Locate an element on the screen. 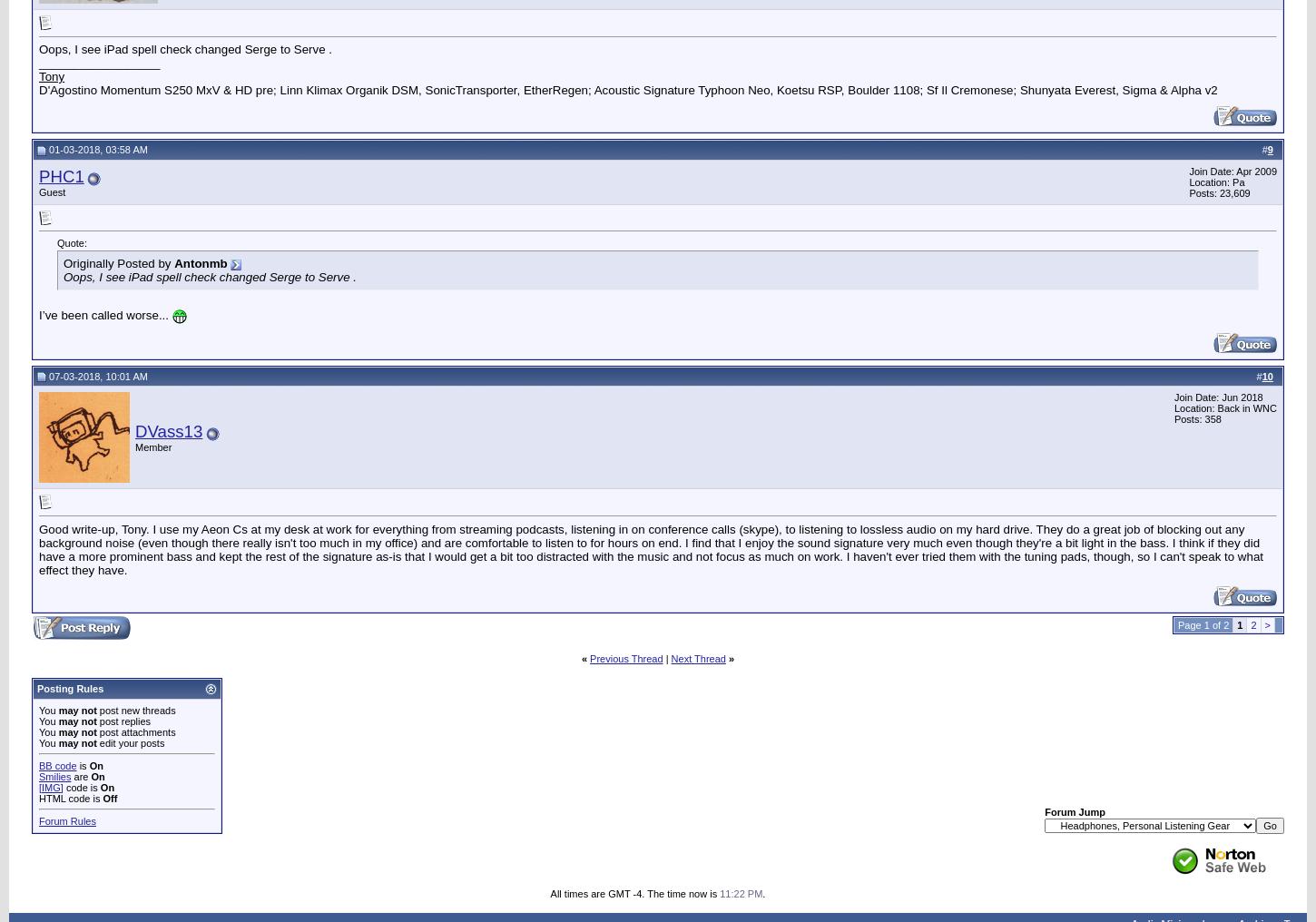 This screenshot has width=1316, height=922. 'Forum Jump' is located at coordinates (1074, 809).